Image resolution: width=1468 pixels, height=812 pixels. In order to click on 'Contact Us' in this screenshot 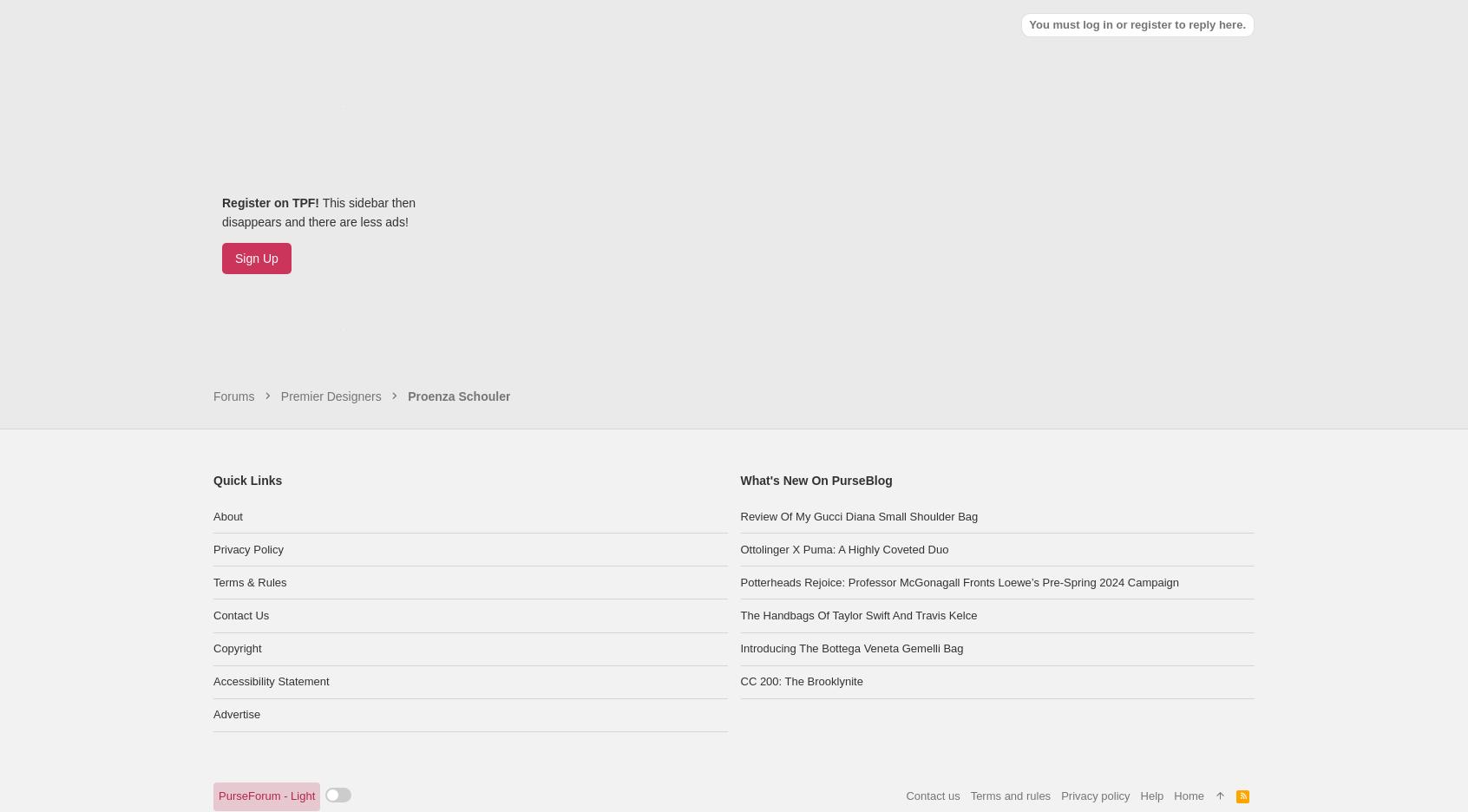, I will do `click(240, 529)`.